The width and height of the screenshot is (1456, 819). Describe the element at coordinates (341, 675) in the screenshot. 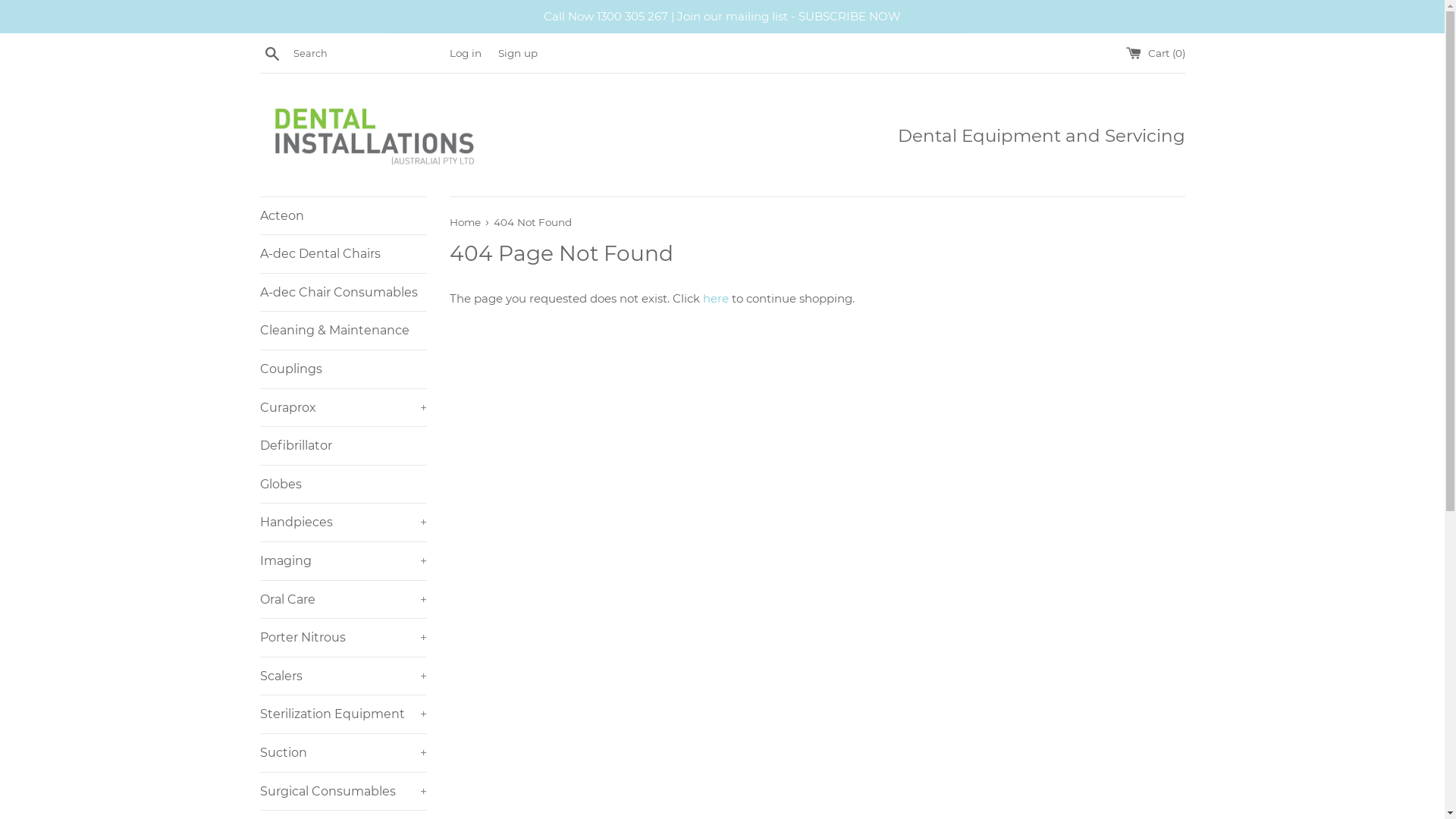

I see `'Scalers` at that location.